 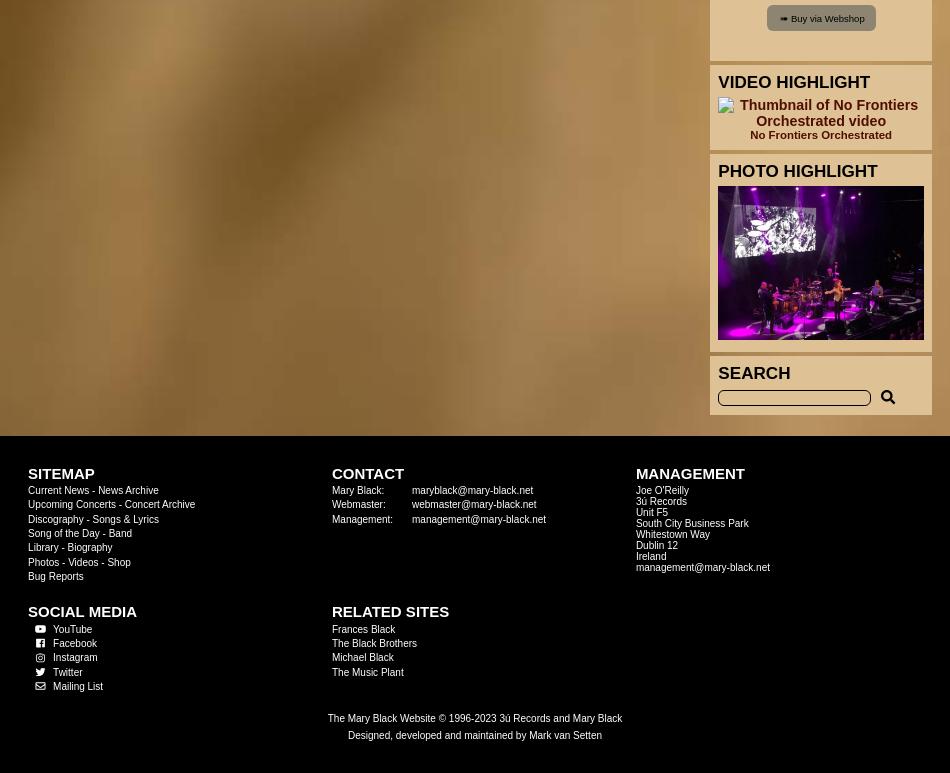 What do you see at coordinates (119, 532) in the screenshot?
I see `'Band'` at bounding box center [119, 532].